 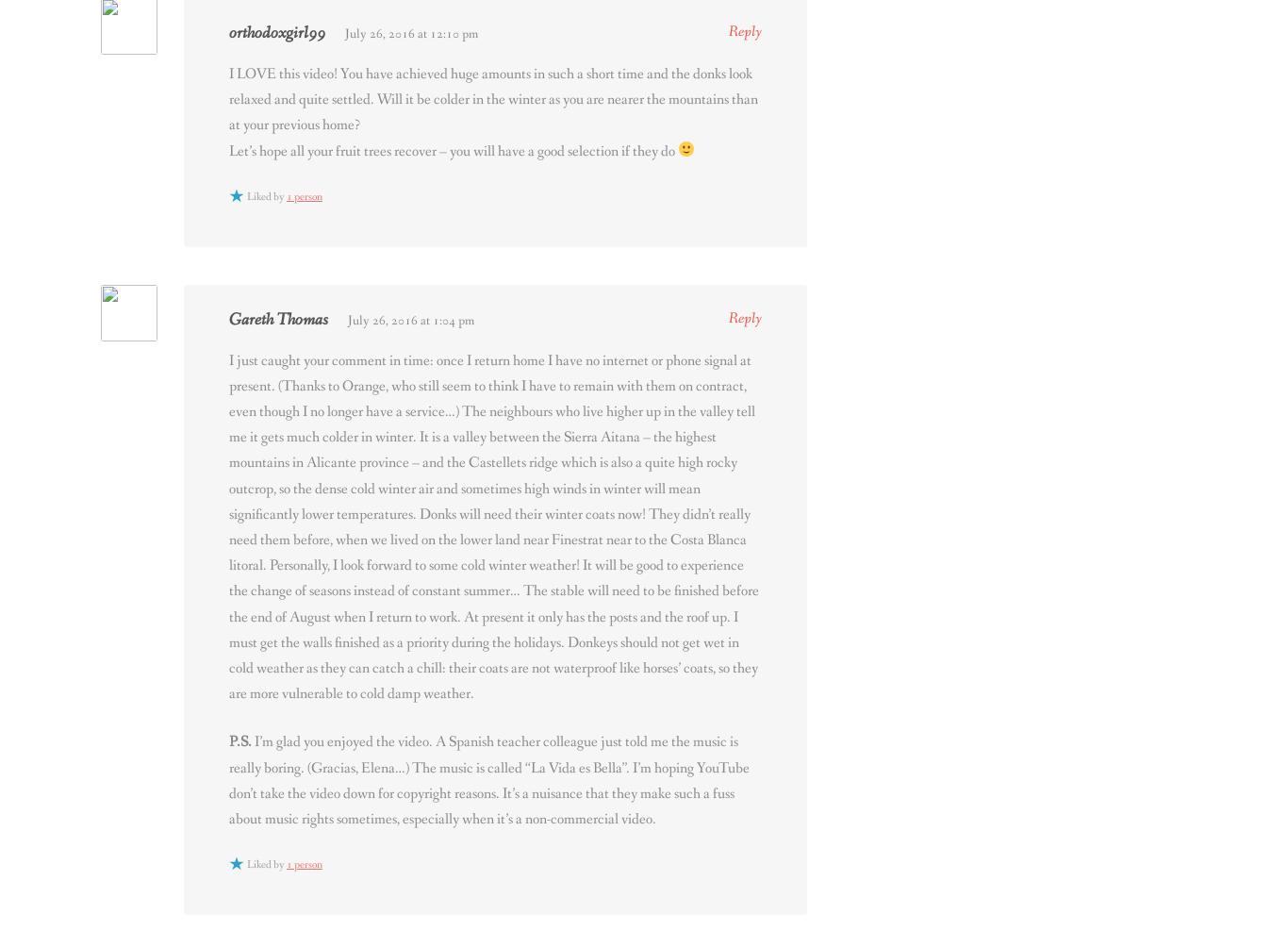 What do you see at coordinates (410, 319) in the screenshot?
I see `'July 26, 2016 at 1:04 pm'` at bounding box center [410, 319].